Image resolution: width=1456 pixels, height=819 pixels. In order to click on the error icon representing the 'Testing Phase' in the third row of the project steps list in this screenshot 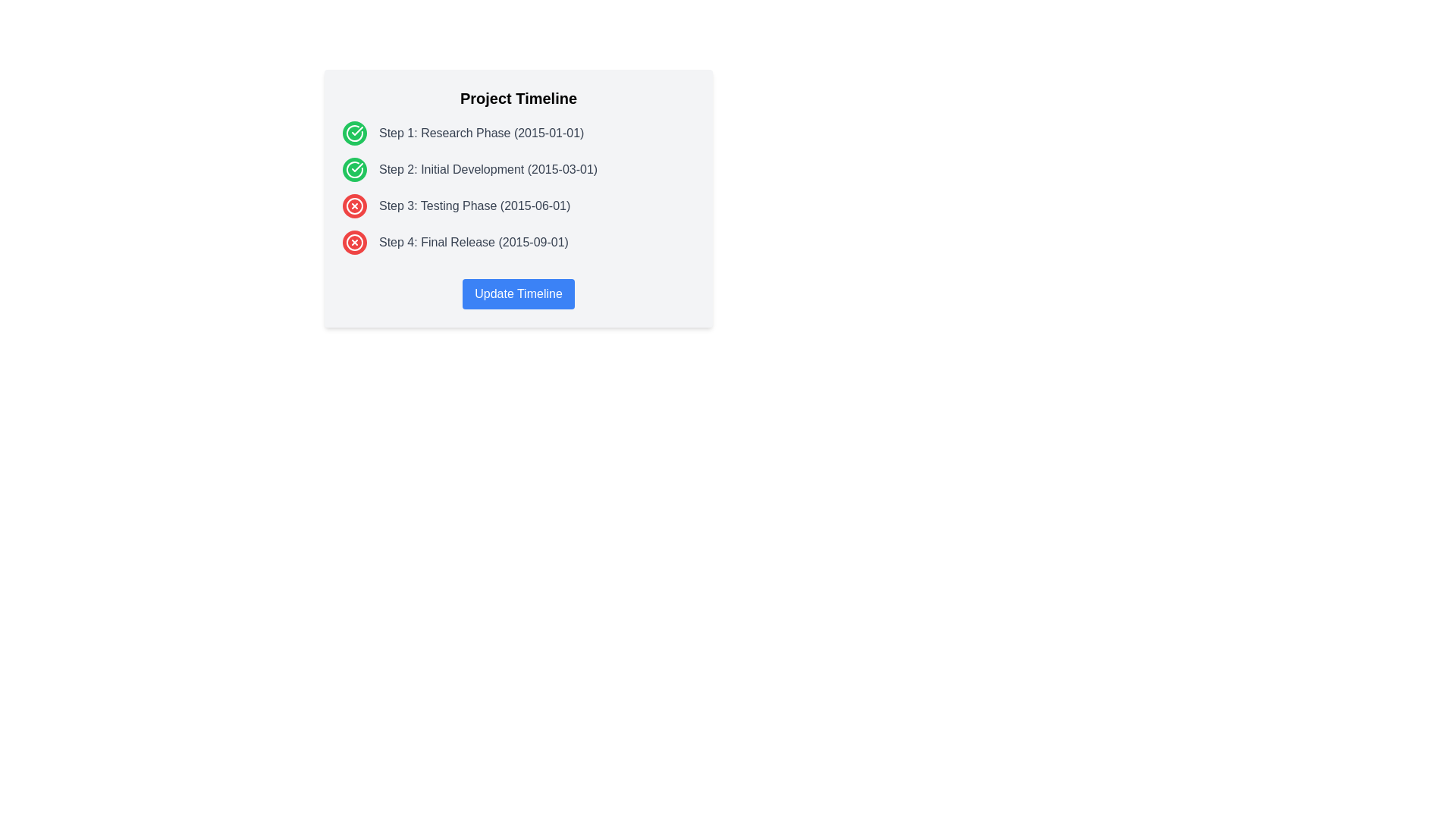, I will do `click(353, 242)`.